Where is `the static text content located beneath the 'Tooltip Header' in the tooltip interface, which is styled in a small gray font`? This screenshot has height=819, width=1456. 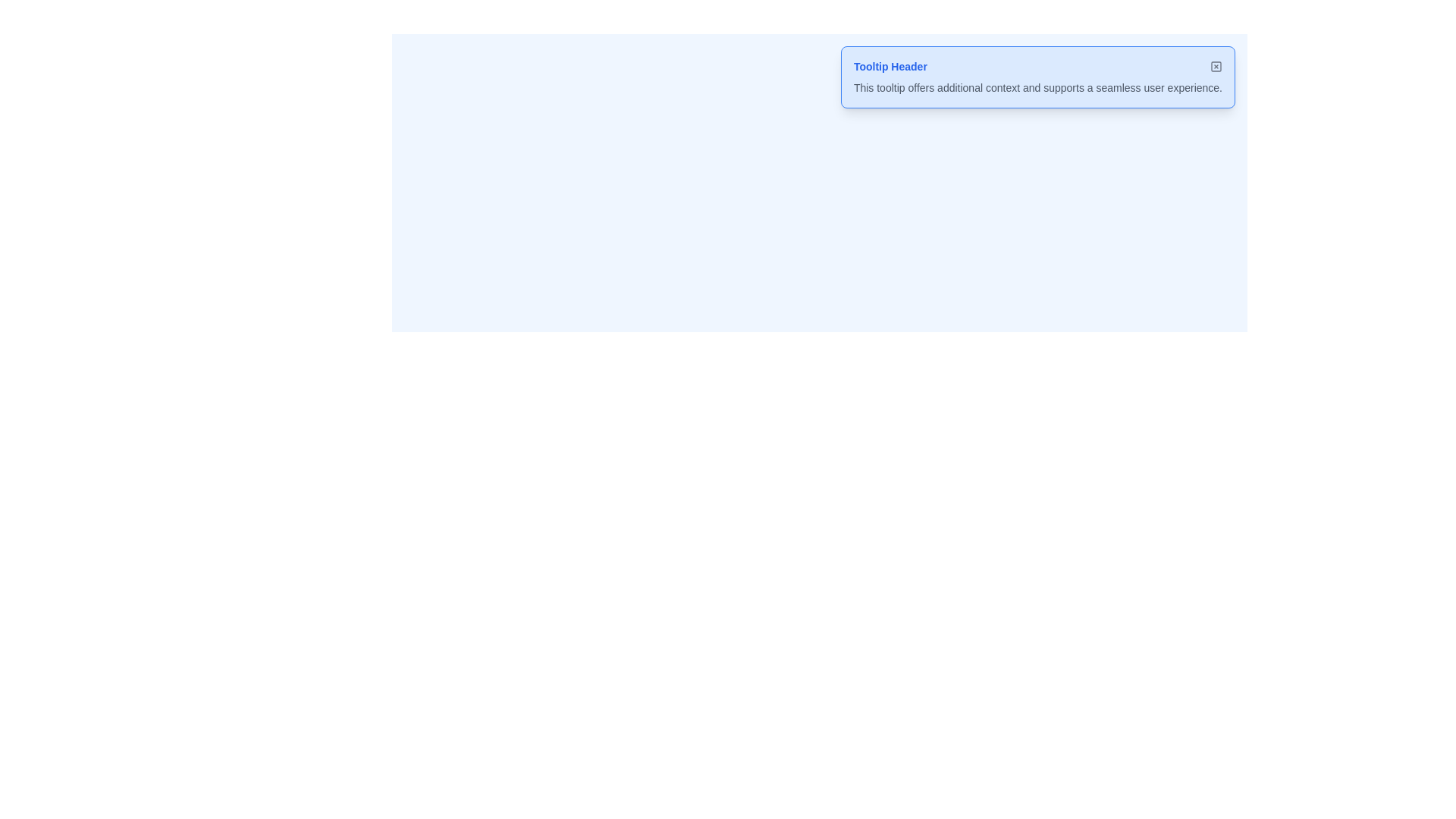 the static text content located beneath the 'Tooltip Header' in the tooltip interface, which is styled in a small gray font is located at coordinates (1037, 87).